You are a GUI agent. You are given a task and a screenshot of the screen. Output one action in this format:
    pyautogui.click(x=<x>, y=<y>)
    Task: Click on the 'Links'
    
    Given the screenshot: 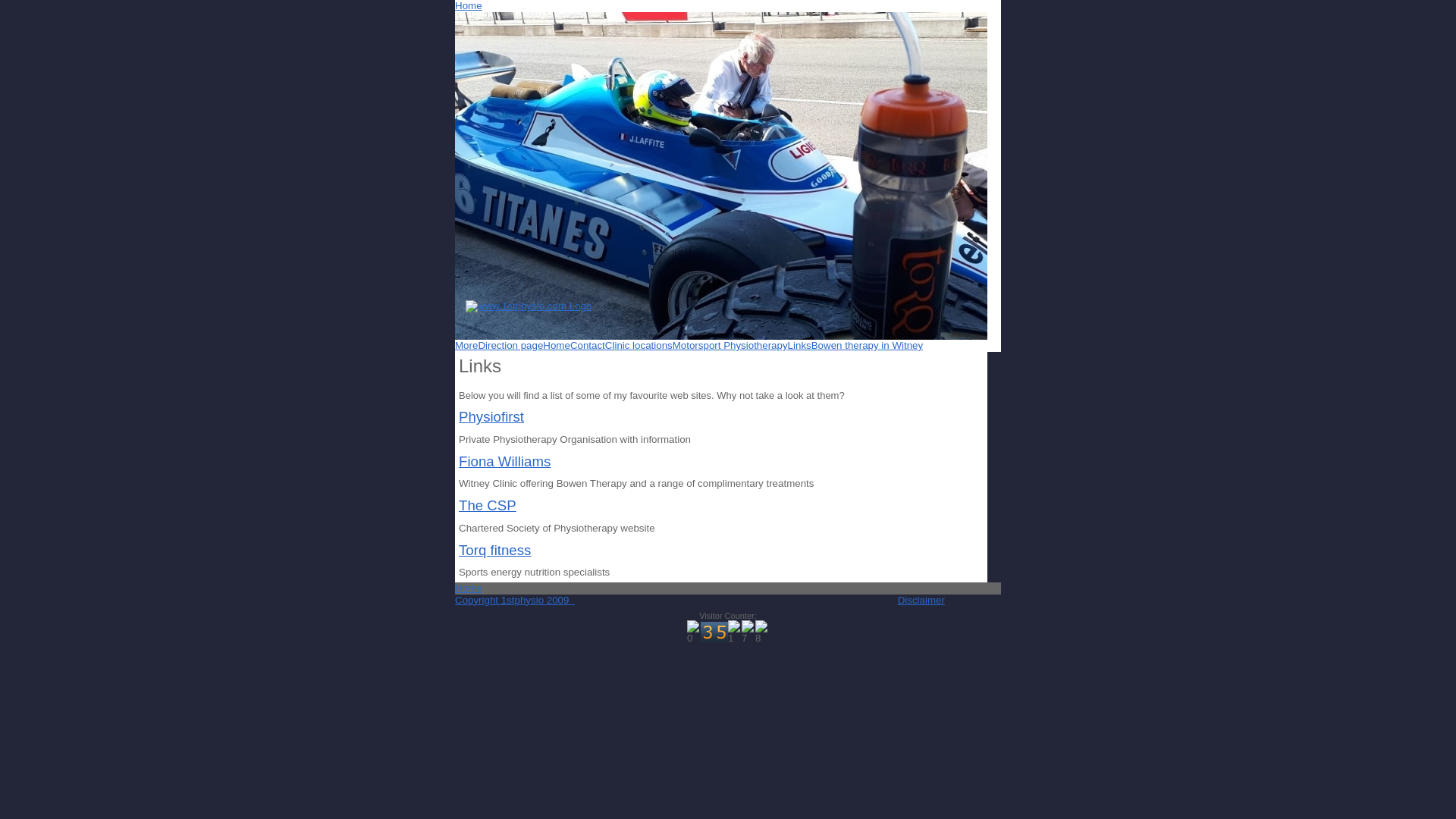 What is the action you would take?
    pyautogui.click(x=799, y=345)
    